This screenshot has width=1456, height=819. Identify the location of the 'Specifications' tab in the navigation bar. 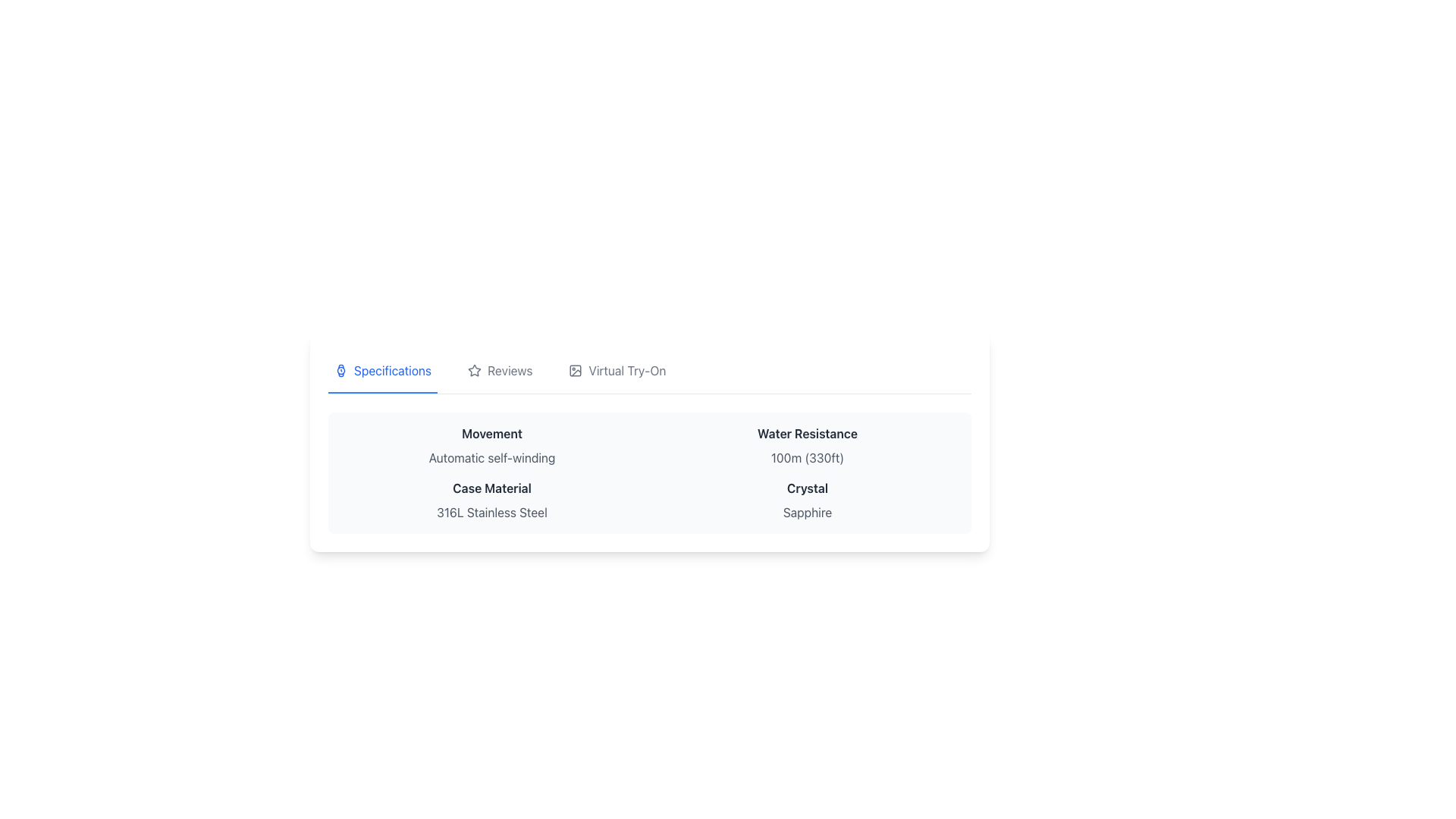
(382, 371).